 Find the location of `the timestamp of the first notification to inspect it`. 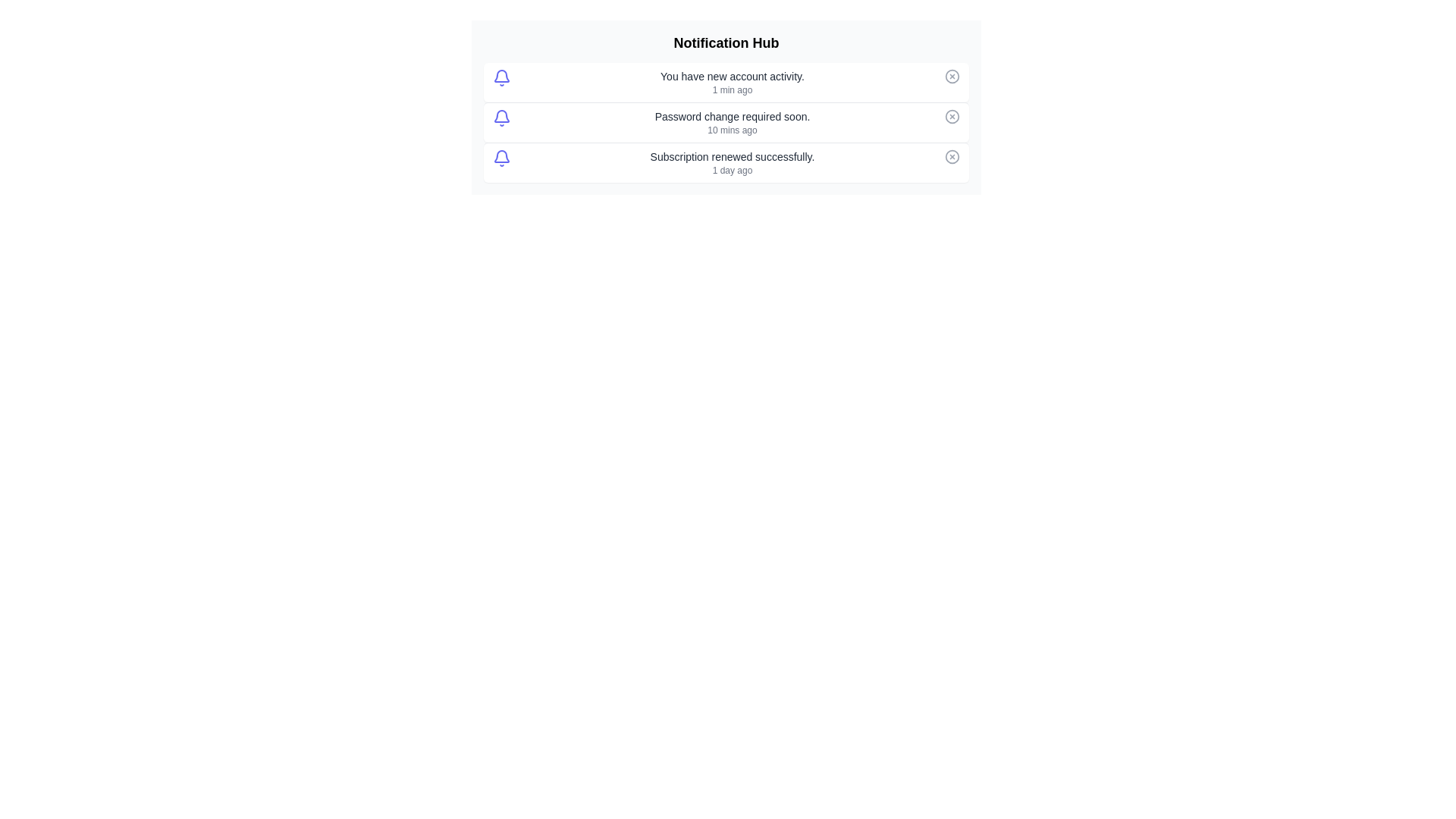

the timestamp of the first notification to inspect it is located at coordinates (732, 90).